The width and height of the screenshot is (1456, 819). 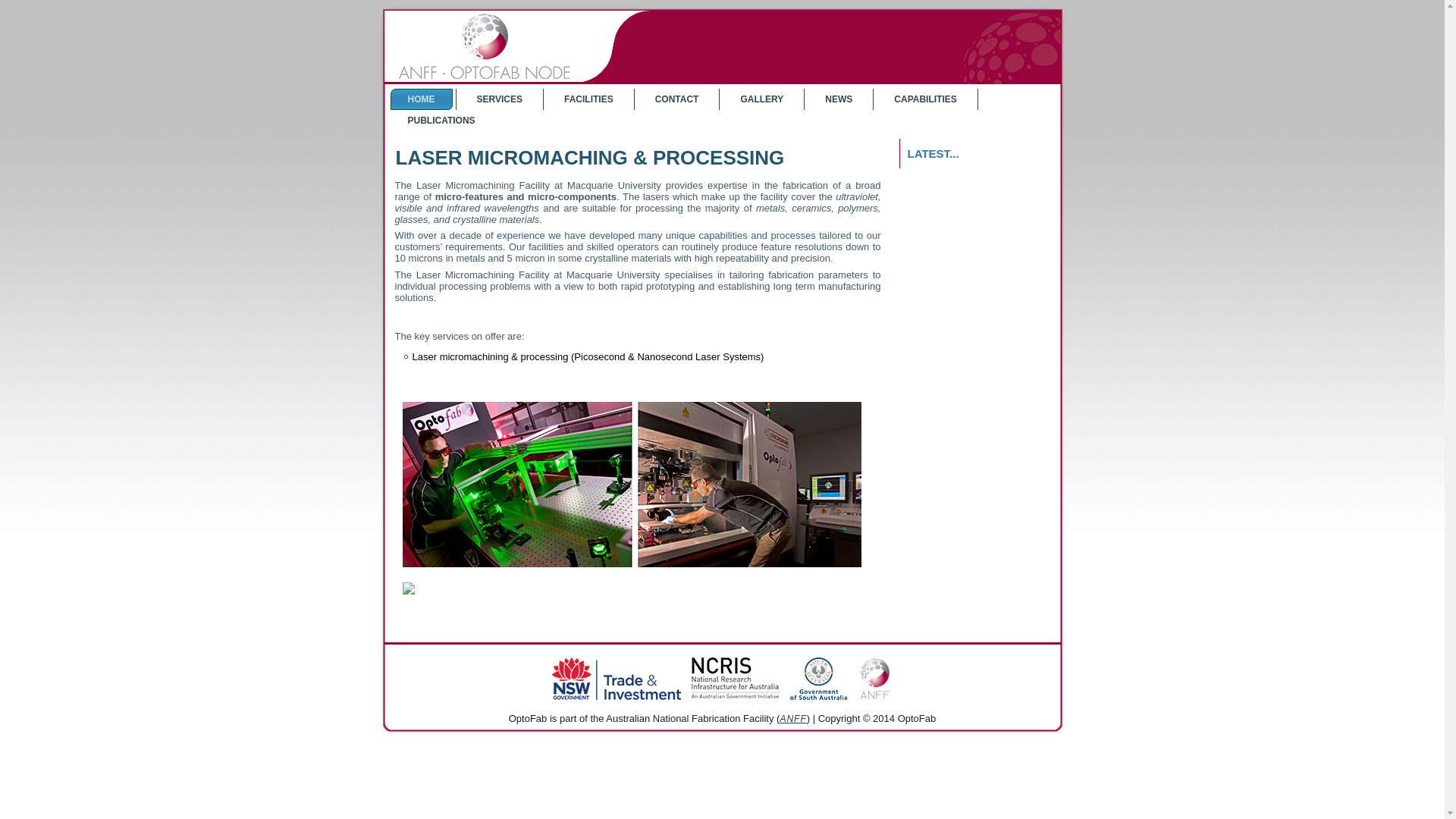 What do you see at coordinates (440, 119) in the screenshot?
I see `'PUBLICATIONS'` at bounding box center [440, 119].